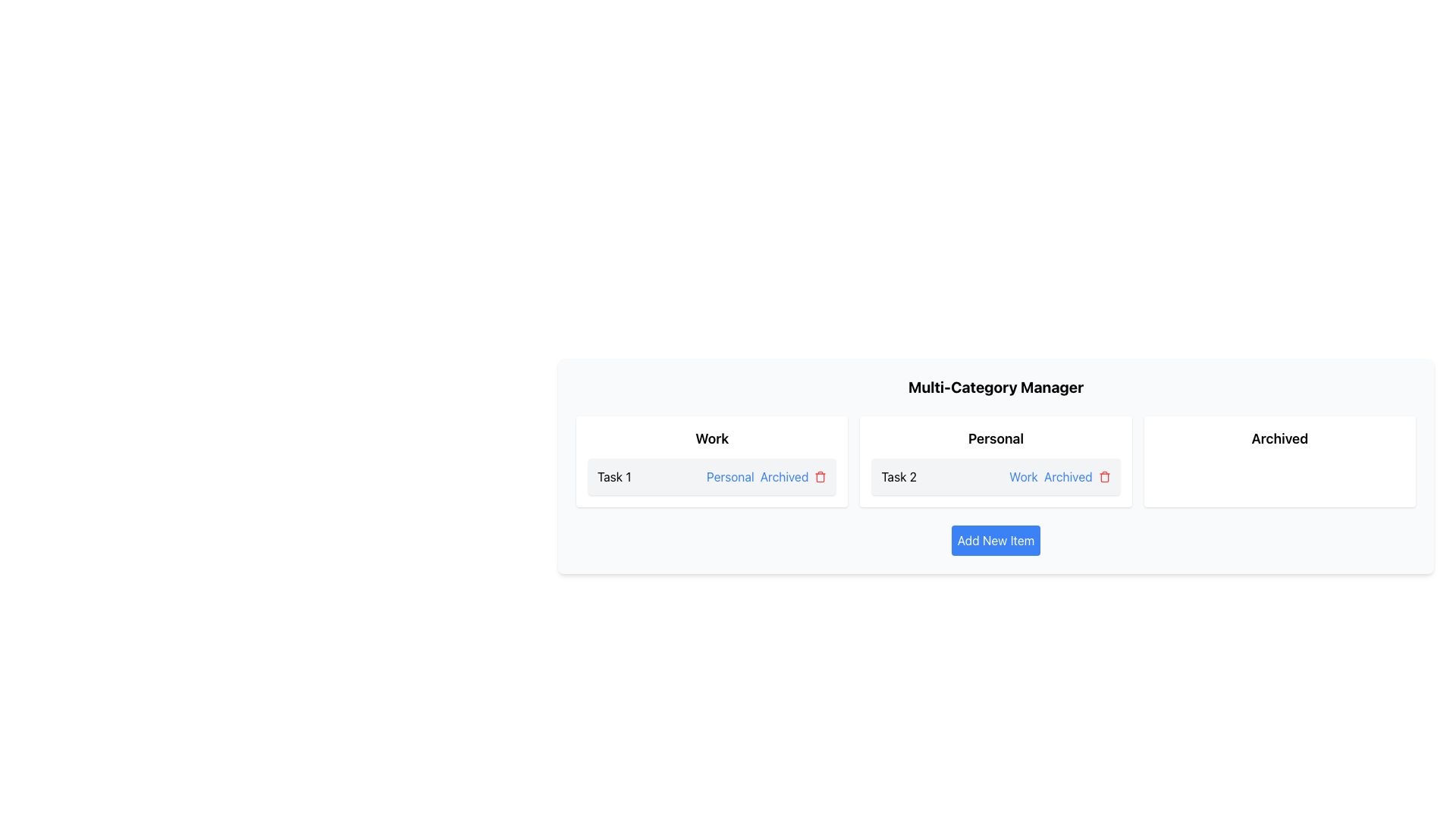 This screenshot has width=1456, height=819. I want to click on the blue underlined hyperlink text 'Work', so click(1023, 475).